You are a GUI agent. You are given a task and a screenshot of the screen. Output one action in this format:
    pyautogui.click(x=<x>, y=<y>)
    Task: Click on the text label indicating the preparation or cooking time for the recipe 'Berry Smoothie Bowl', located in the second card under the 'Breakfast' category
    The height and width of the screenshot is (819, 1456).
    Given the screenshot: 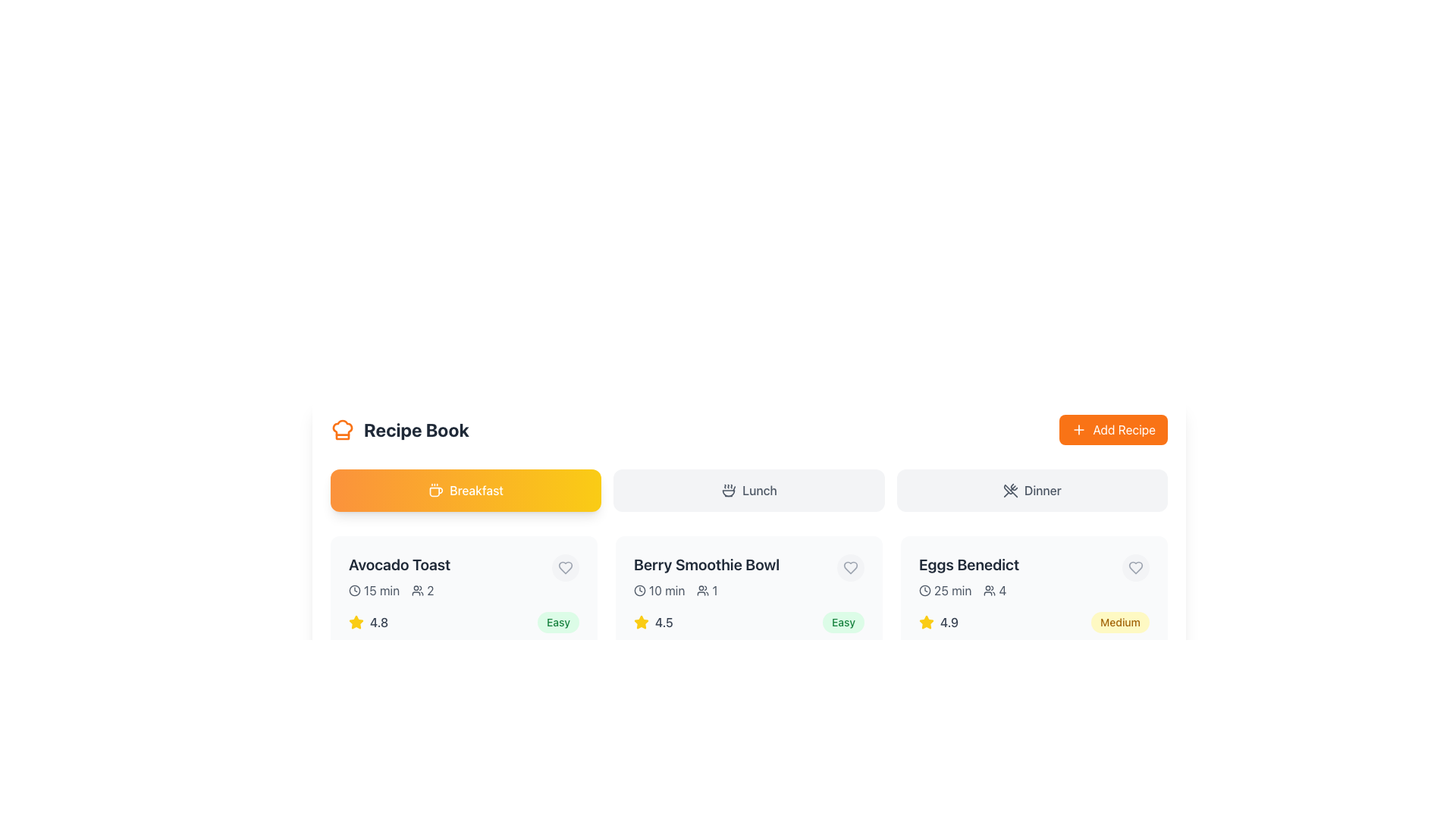 What is the action you would take?
    pyautogui.click(x=667, y=590)
    